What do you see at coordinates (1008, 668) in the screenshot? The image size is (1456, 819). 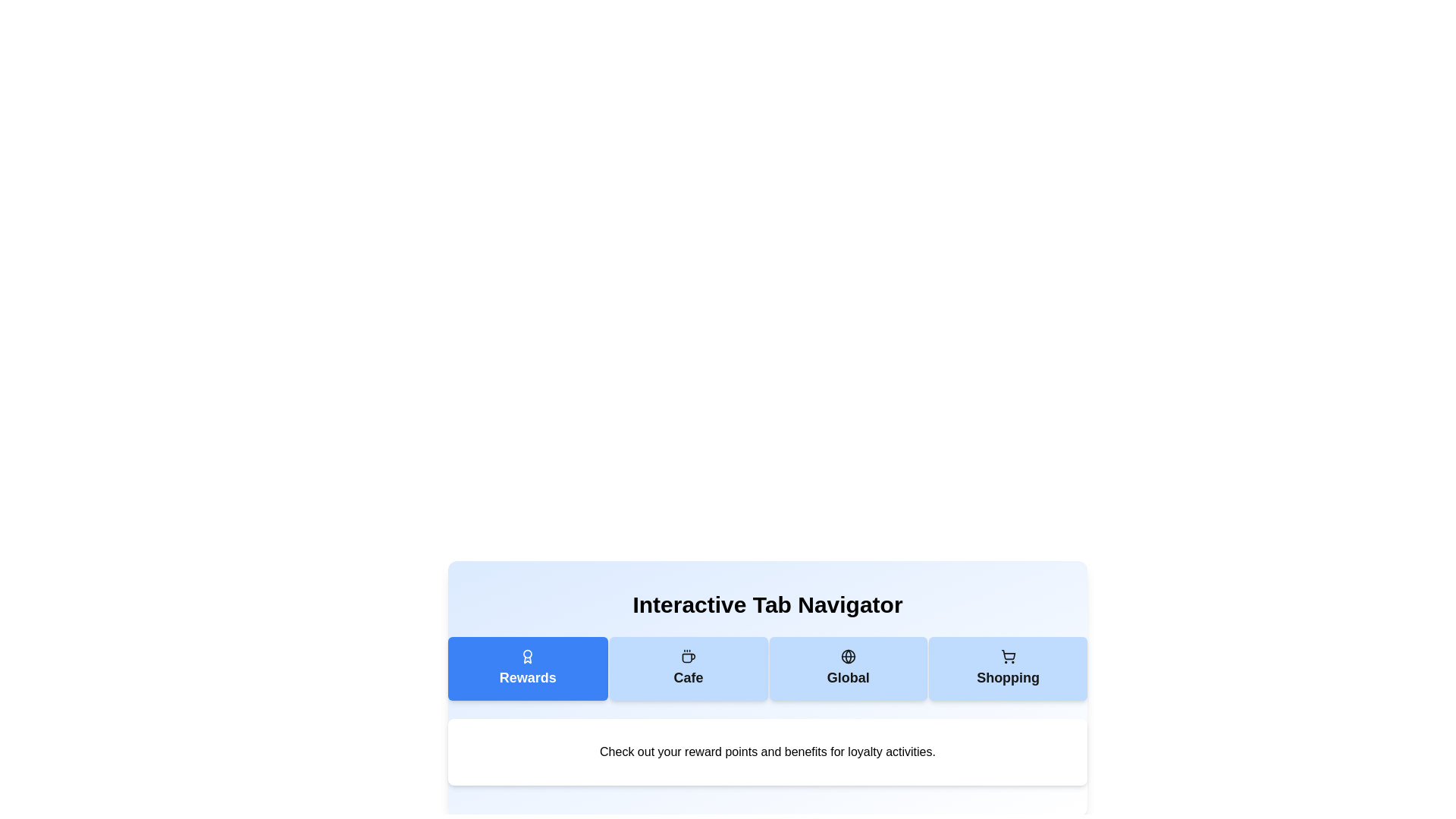 I see `the tab labeled Shopping` at bounding box center [1008, 668].